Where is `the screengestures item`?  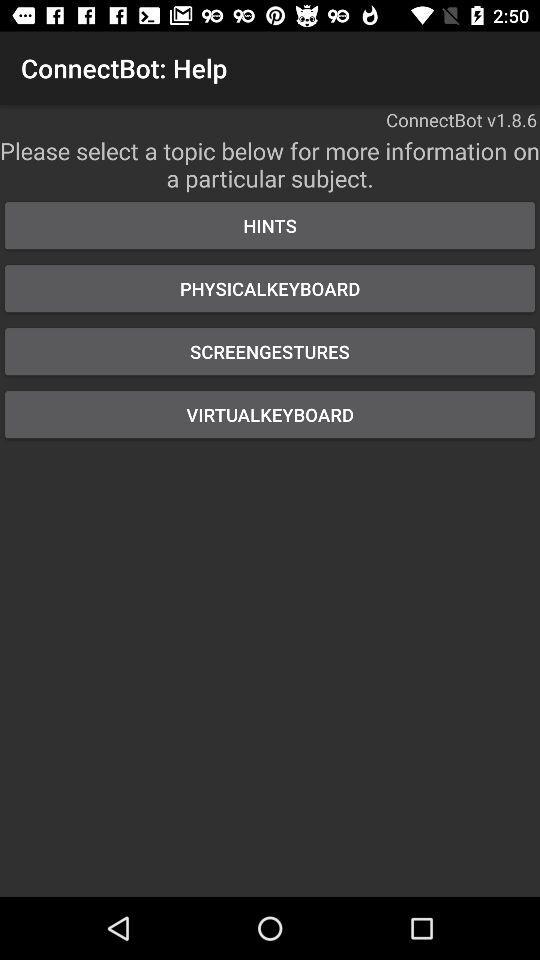
the screengestures item is located at coordinates (270, 351).